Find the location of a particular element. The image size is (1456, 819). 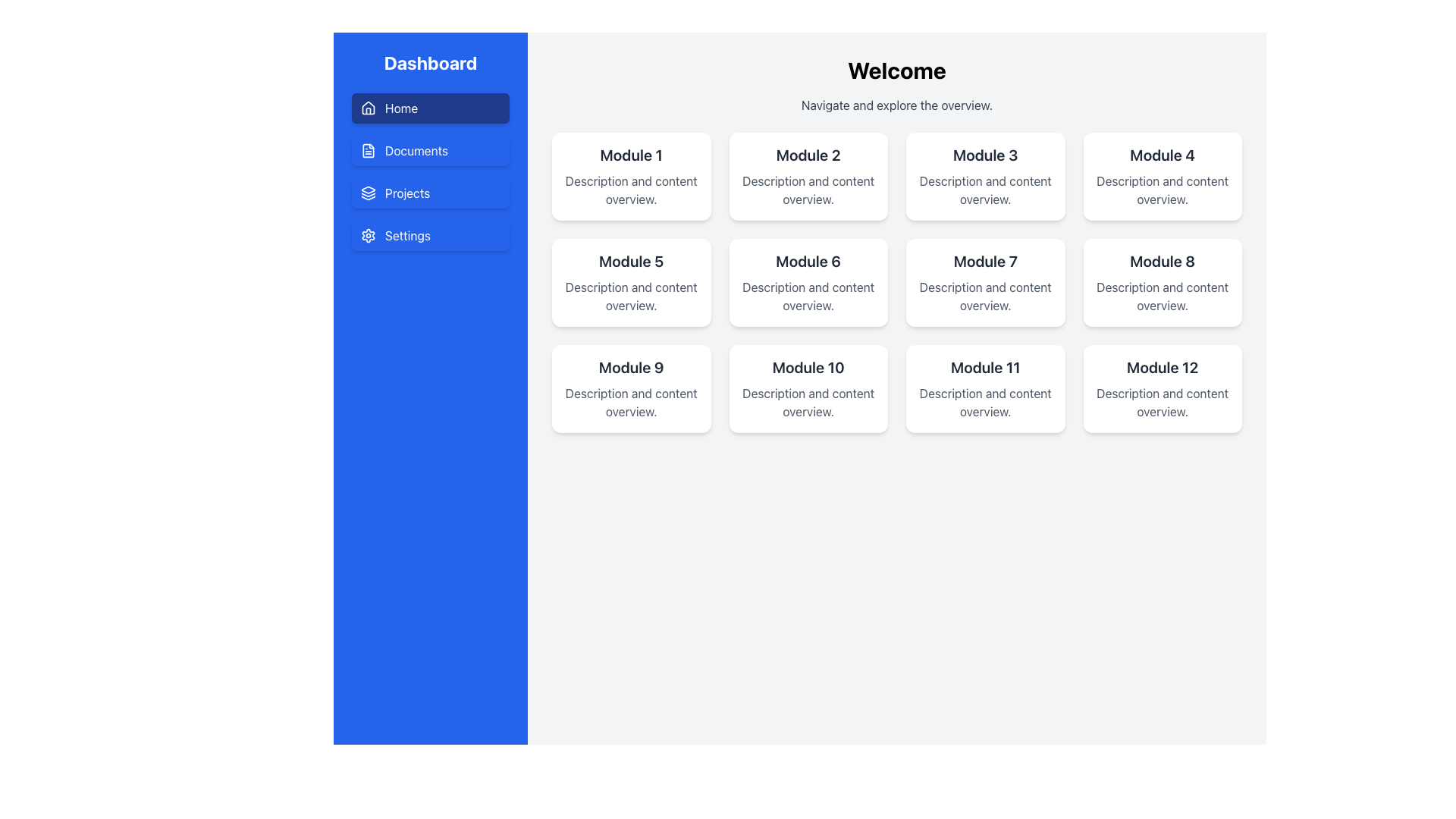

the settings icon in the side navigation menu to possibly display a tooltip is located at coordinates (368, 236).